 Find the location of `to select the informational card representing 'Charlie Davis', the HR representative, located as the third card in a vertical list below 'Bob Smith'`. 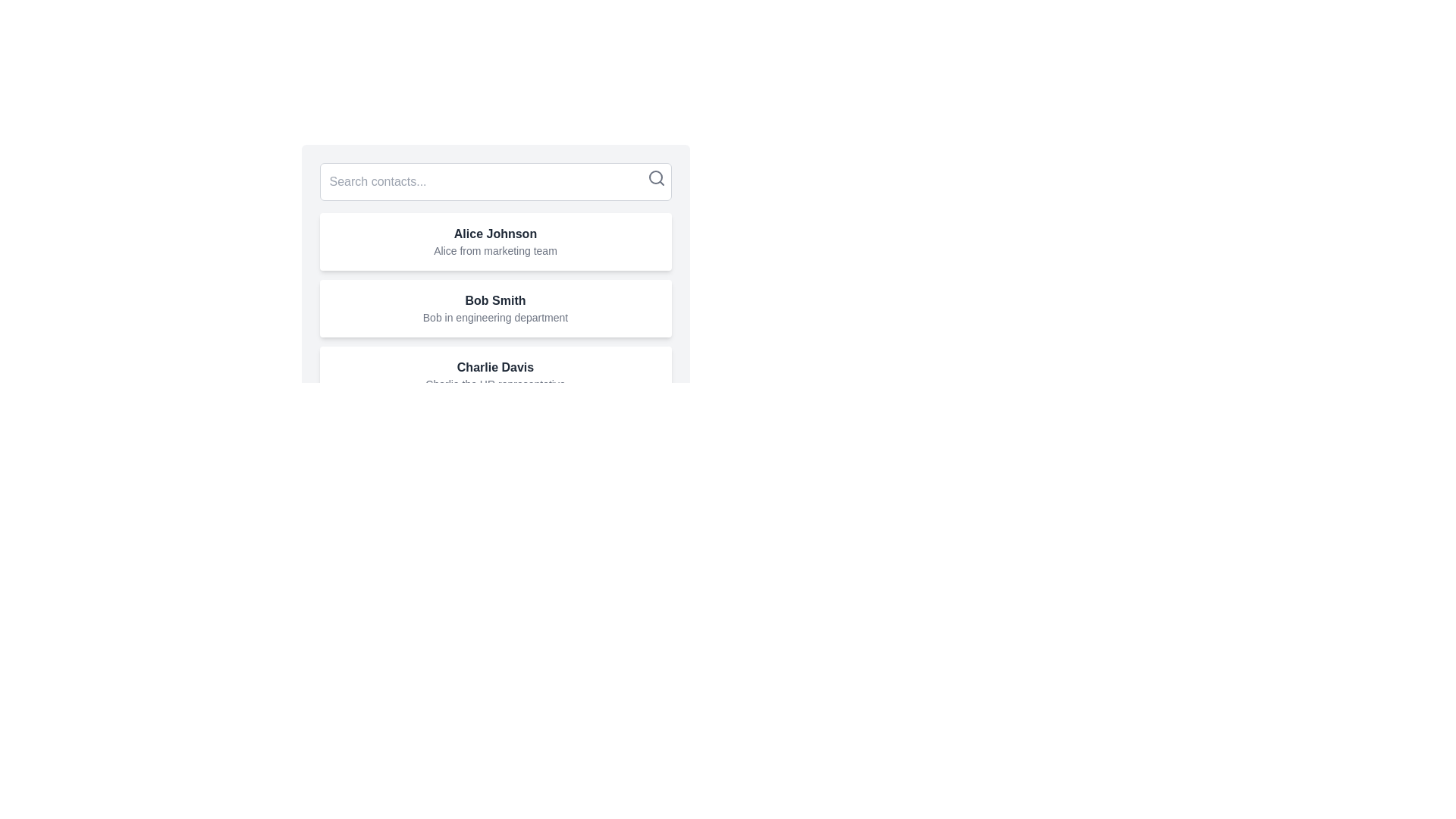

to select the informational card representing 'Charlie Davis', the HR representative, located as the third card in a vertical list below 'Bob Smith' is located at coordinates (495, 375).